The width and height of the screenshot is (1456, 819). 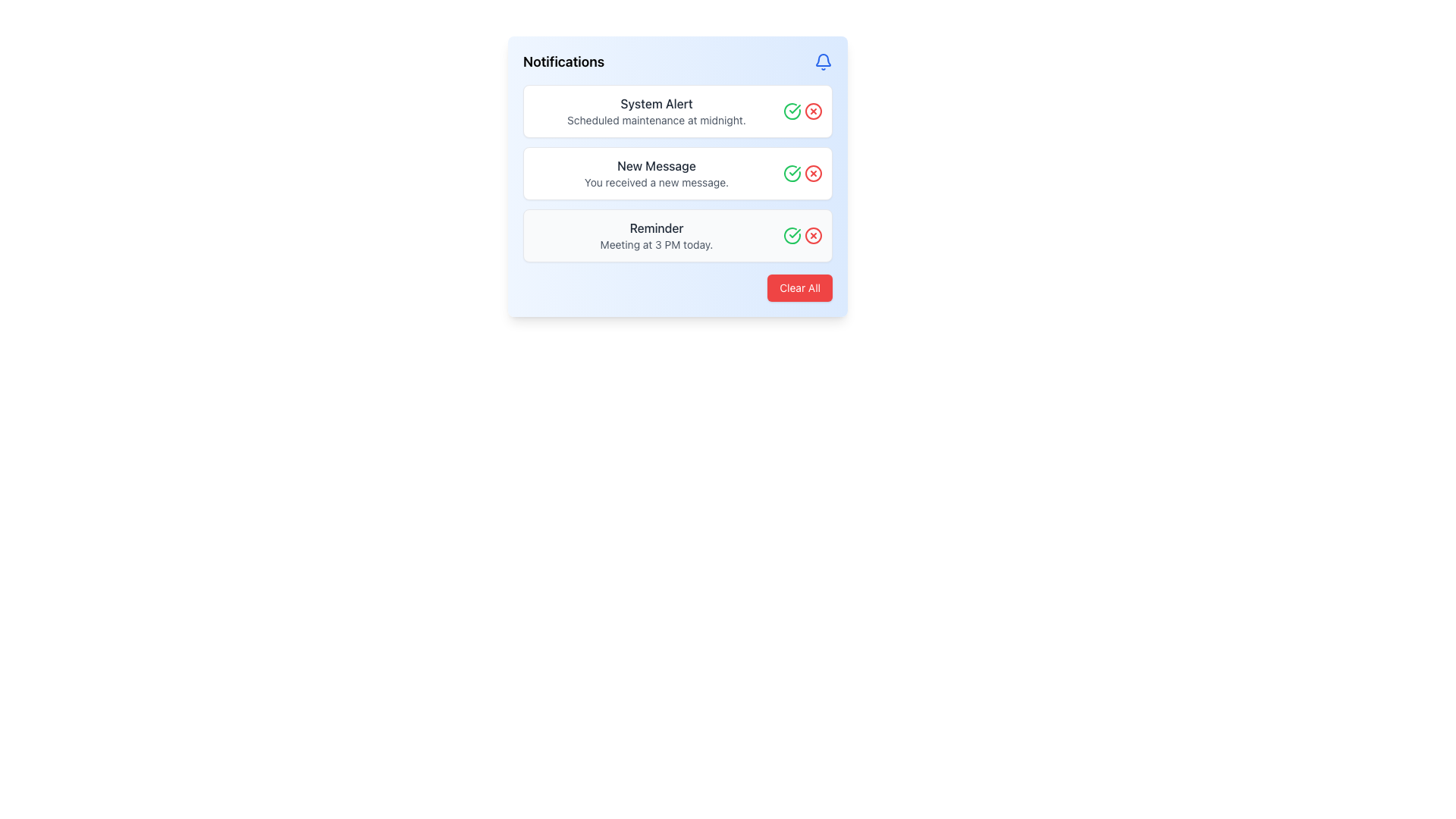 What do you see at coordinates (656, 166) in the screenshot?
I see `the static text element that serves as the header or title for a notification, positioned directly above the message 'You received a new message.'` at bounding box center [656, 166].